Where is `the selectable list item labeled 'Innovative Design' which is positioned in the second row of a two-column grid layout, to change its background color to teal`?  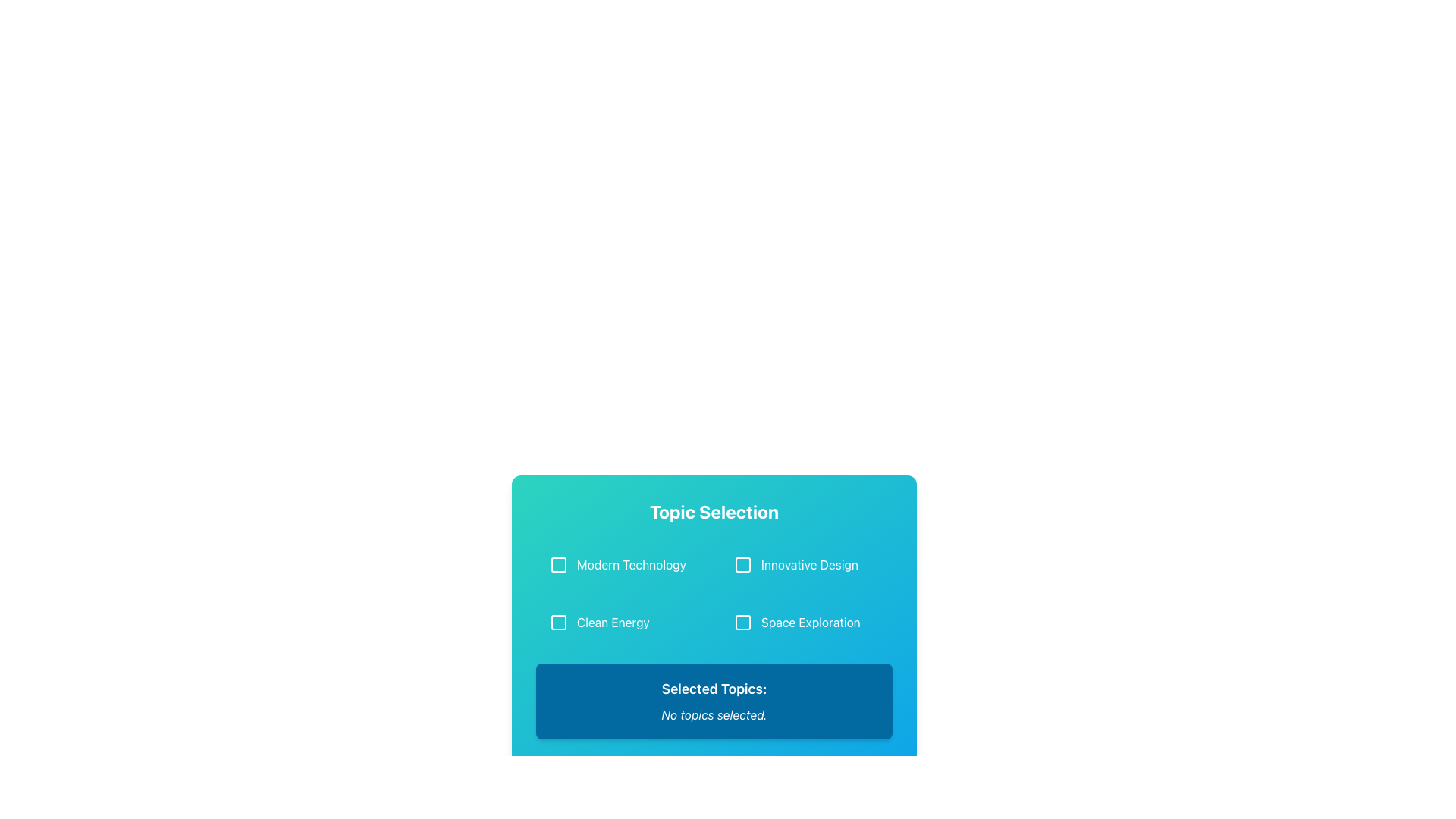
the selectable list item labeled 'Innovative Design' which is positioned in the second row of a two-column grid layout, to change its background color to teal is located at coordinates (805, 564).